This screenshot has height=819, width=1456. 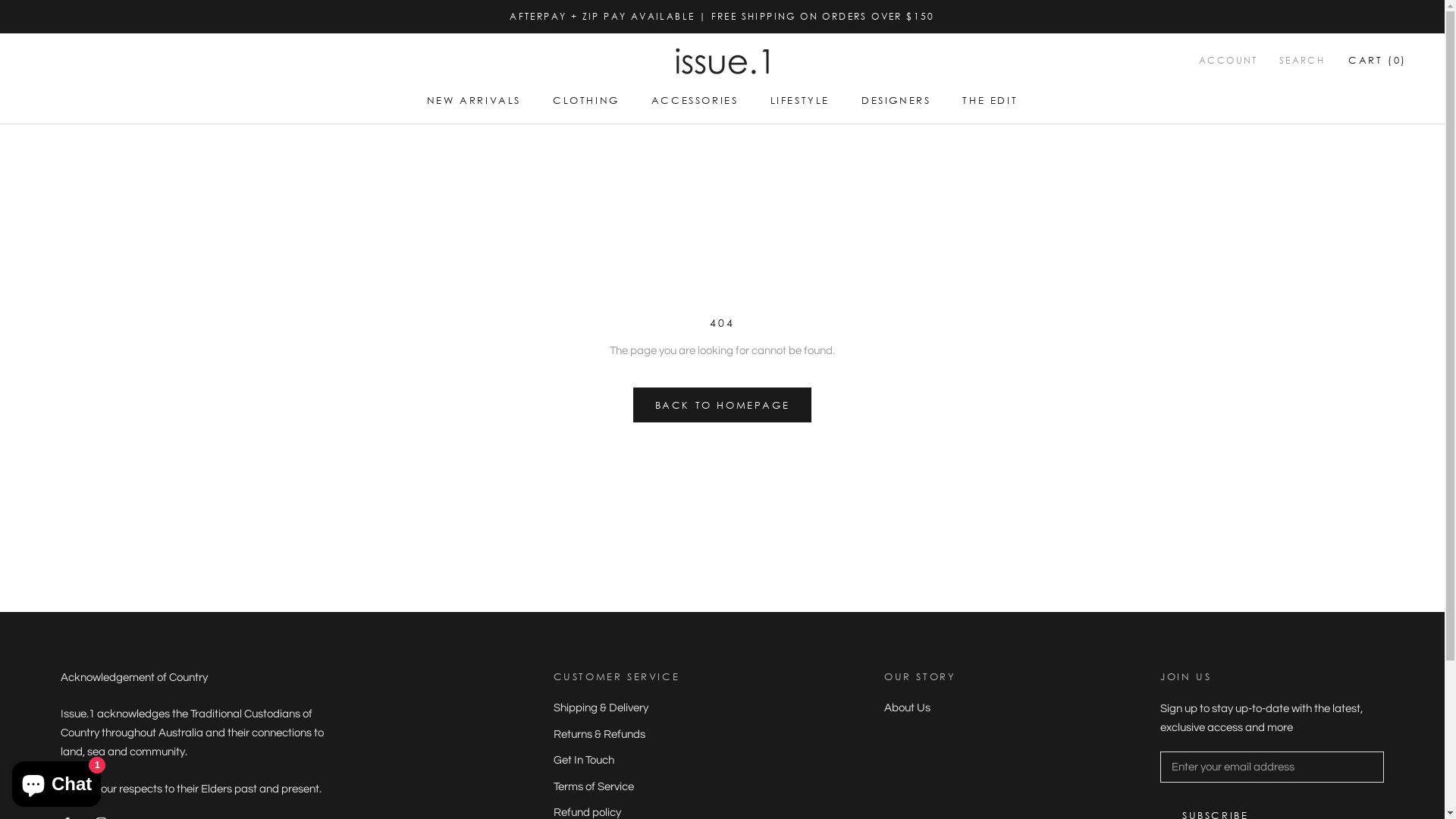 I want to click on 'CART (0)', so click(x=1348, y=58).